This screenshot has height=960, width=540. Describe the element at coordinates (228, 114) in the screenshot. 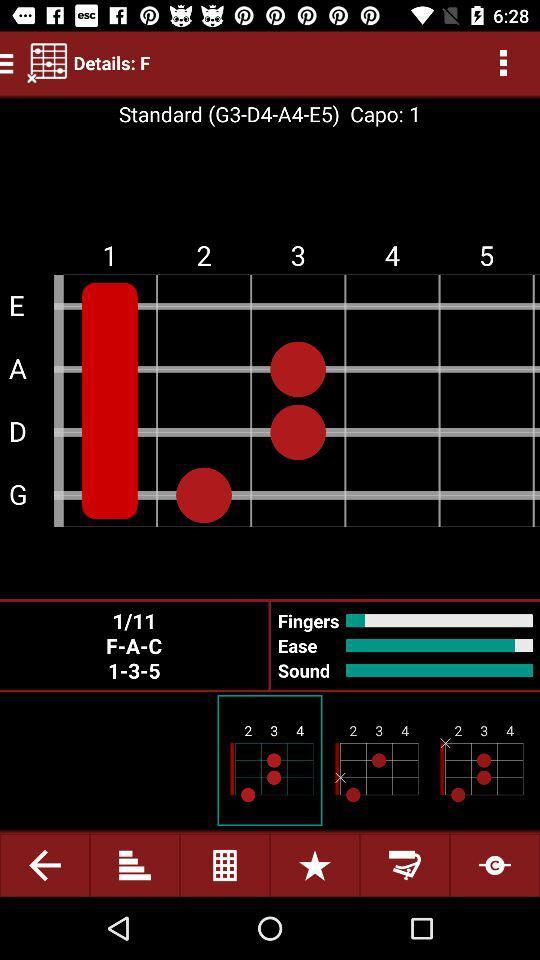

I see `the item next to   capo: 1 icon` at that location.